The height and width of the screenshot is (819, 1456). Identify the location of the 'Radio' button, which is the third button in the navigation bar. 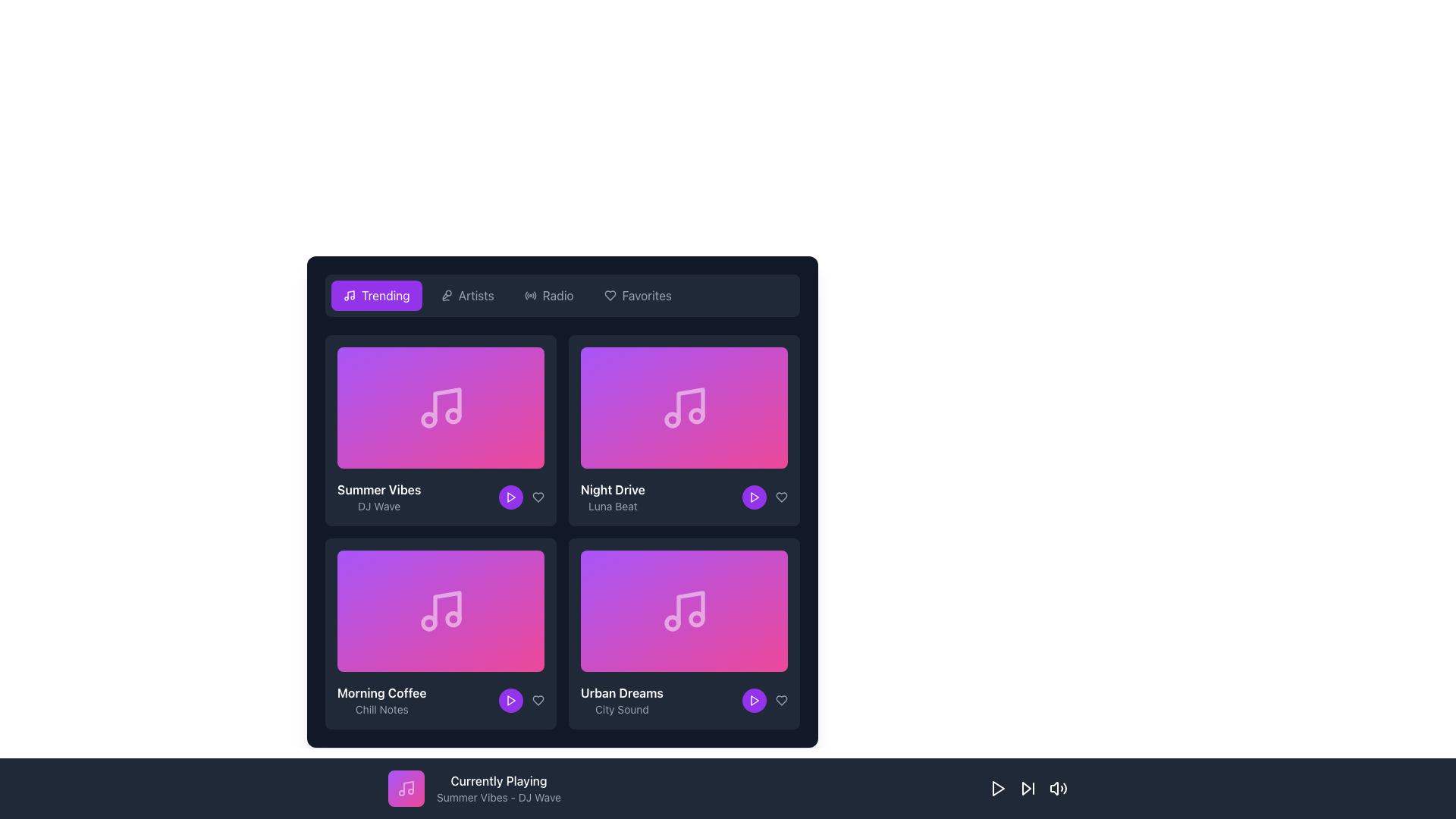
(548, 295).